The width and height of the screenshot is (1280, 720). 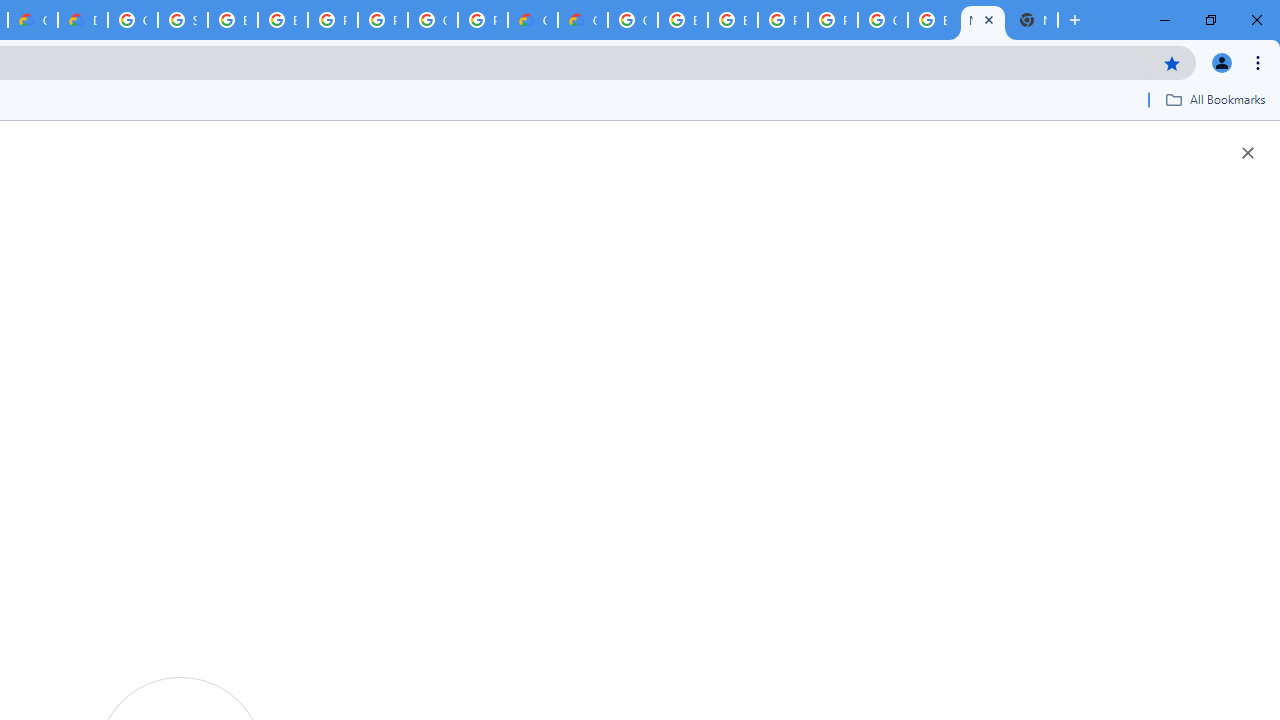 What do you see at coordinates (232, 20) in the screenshot?
I see `'Browse Chrome as a guest - Computer - Google Chrome Help'` at bounding box center [232, 20].